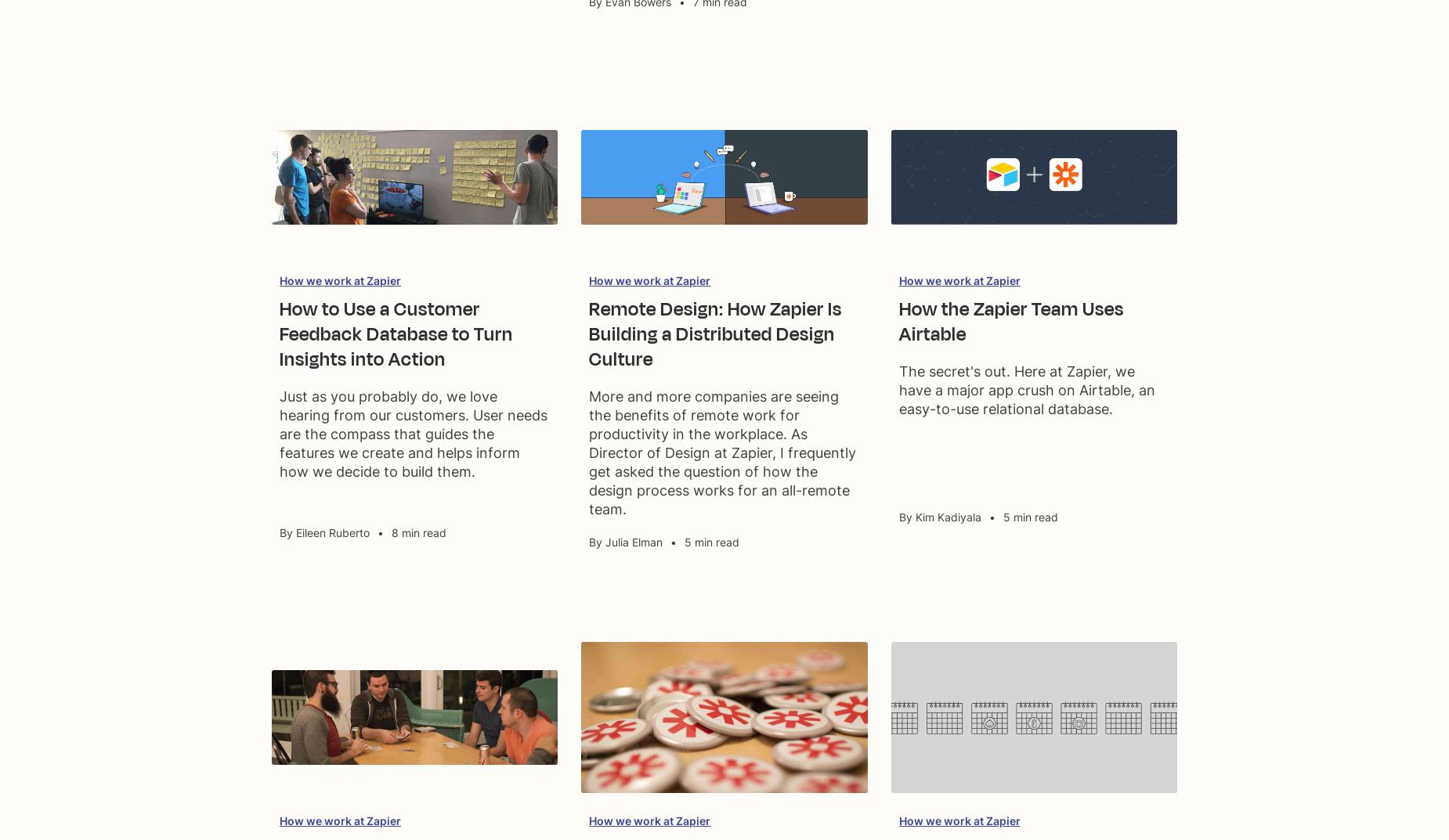  I want to click on 'Just as you probably do, we love hearing from our customers. User needs are the compass that guides the features we create and helps inform how we decide to build them.', so click(413, 434).